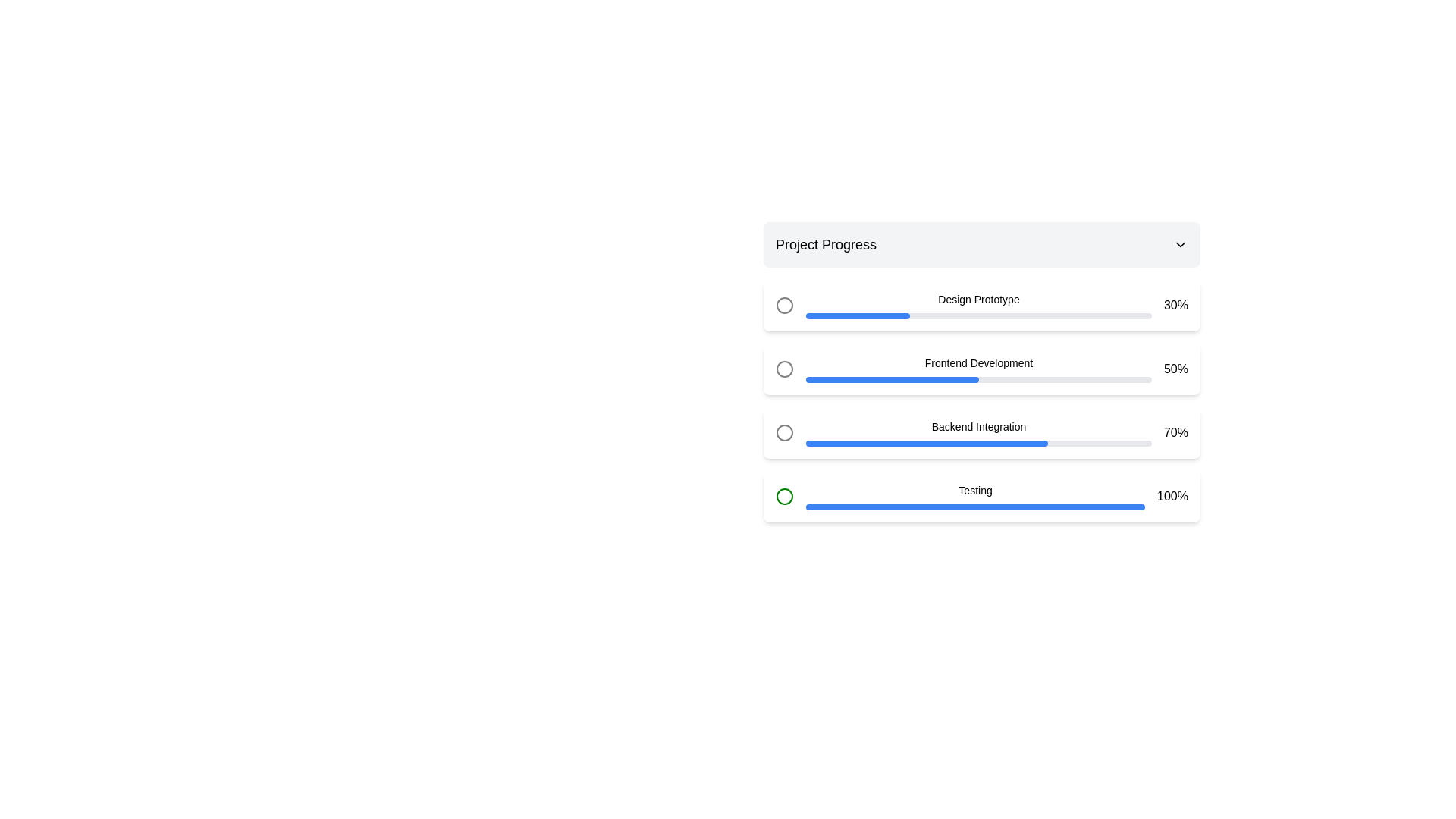  Describe the element at coordinates (1175, 369) in the screenshot. I see `text displayed in the progress label for the 'Frontend Development' task, which is horizontally aligned with the corresponding progress bar and vertically centered within the section` at that location.